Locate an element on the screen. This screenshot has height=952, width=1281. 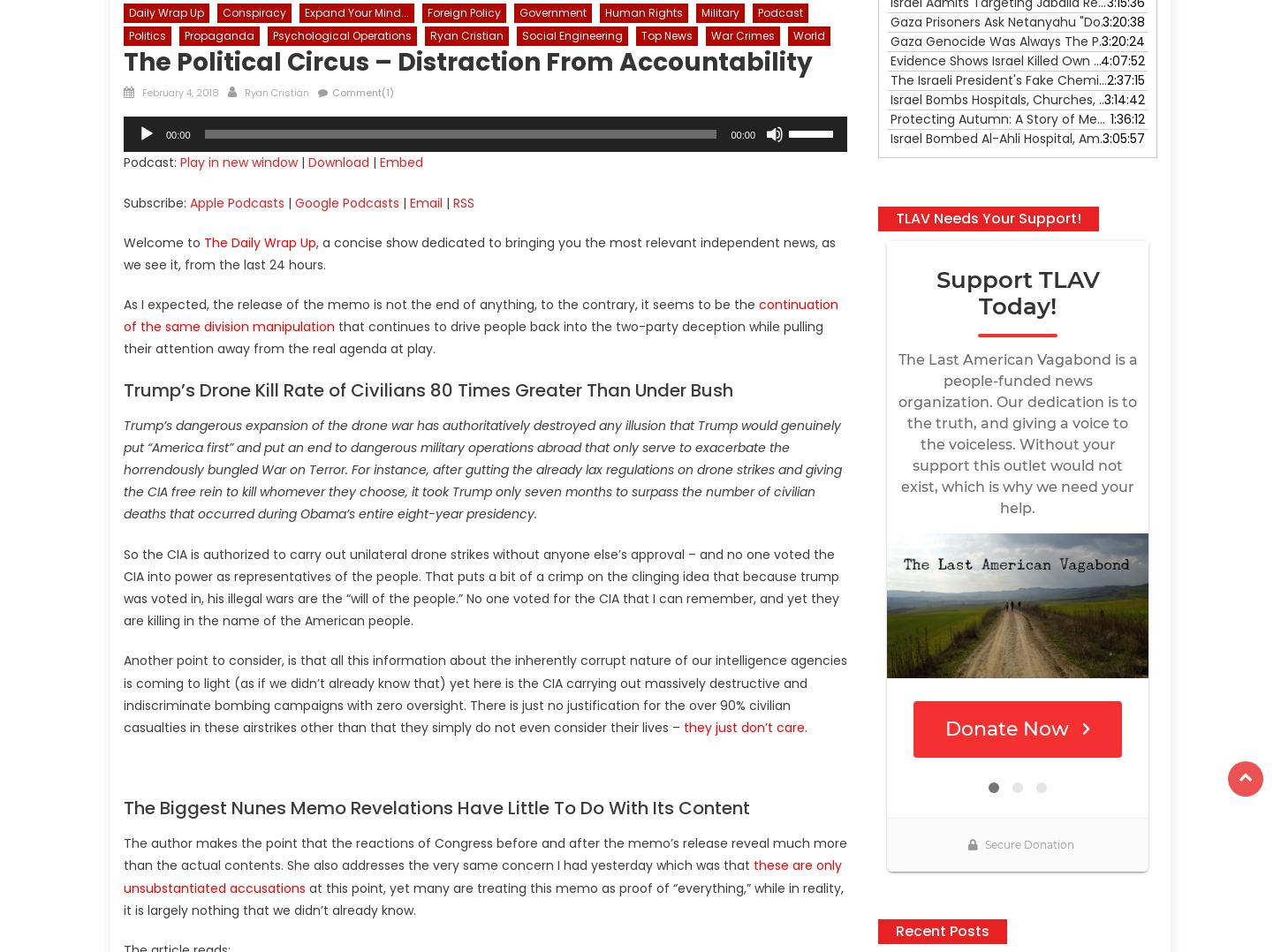
'continuation of the same division manipulation' is located at coordinates (481, 315).